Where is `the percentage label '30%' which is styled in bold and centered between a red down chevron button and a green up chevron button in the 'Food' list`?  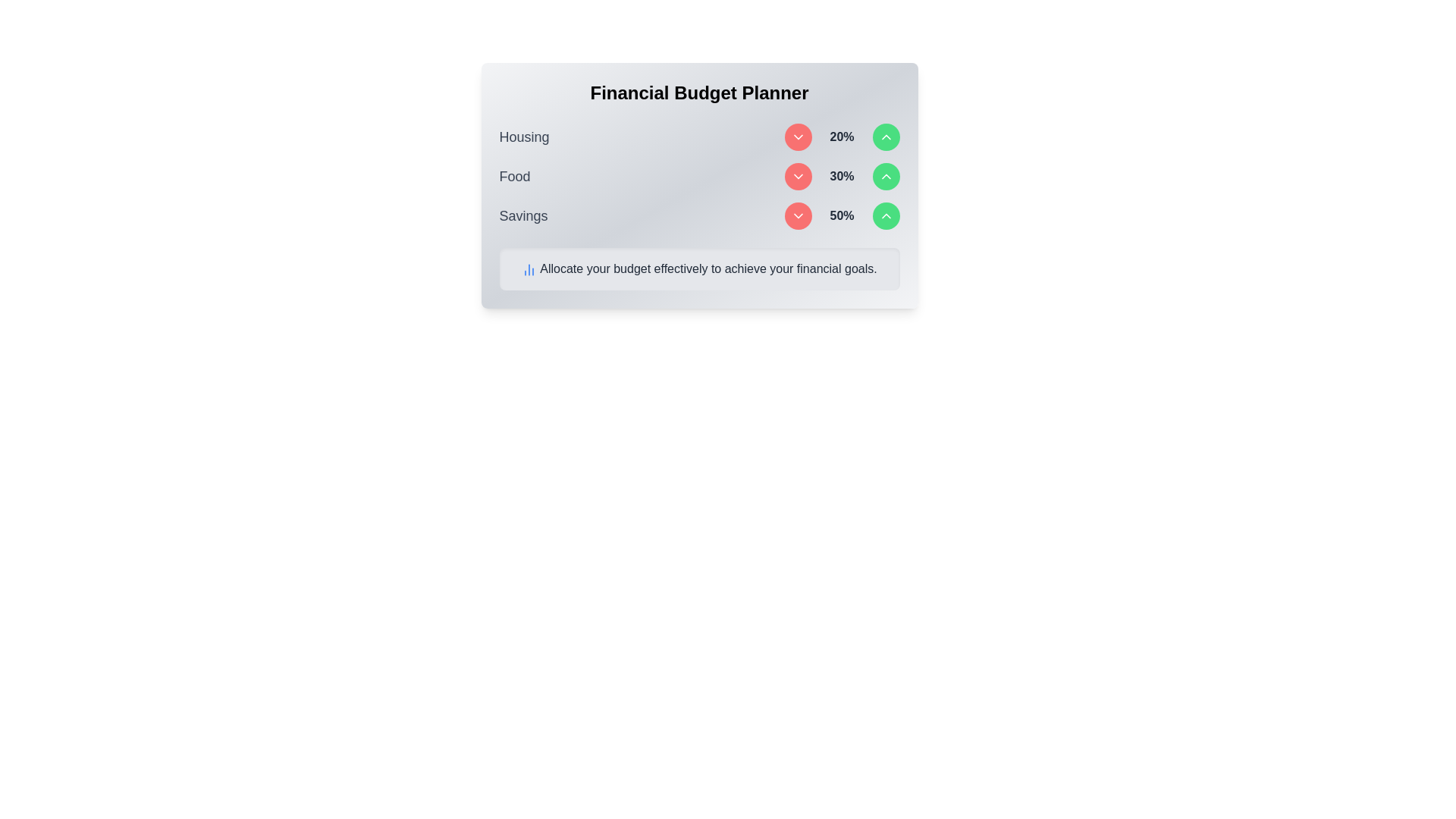
the percentage label '30%' which is styled in bold and centered between a red down chevron button and a green up chevron button in the 'Food' list is located at coordinates (841, 175).